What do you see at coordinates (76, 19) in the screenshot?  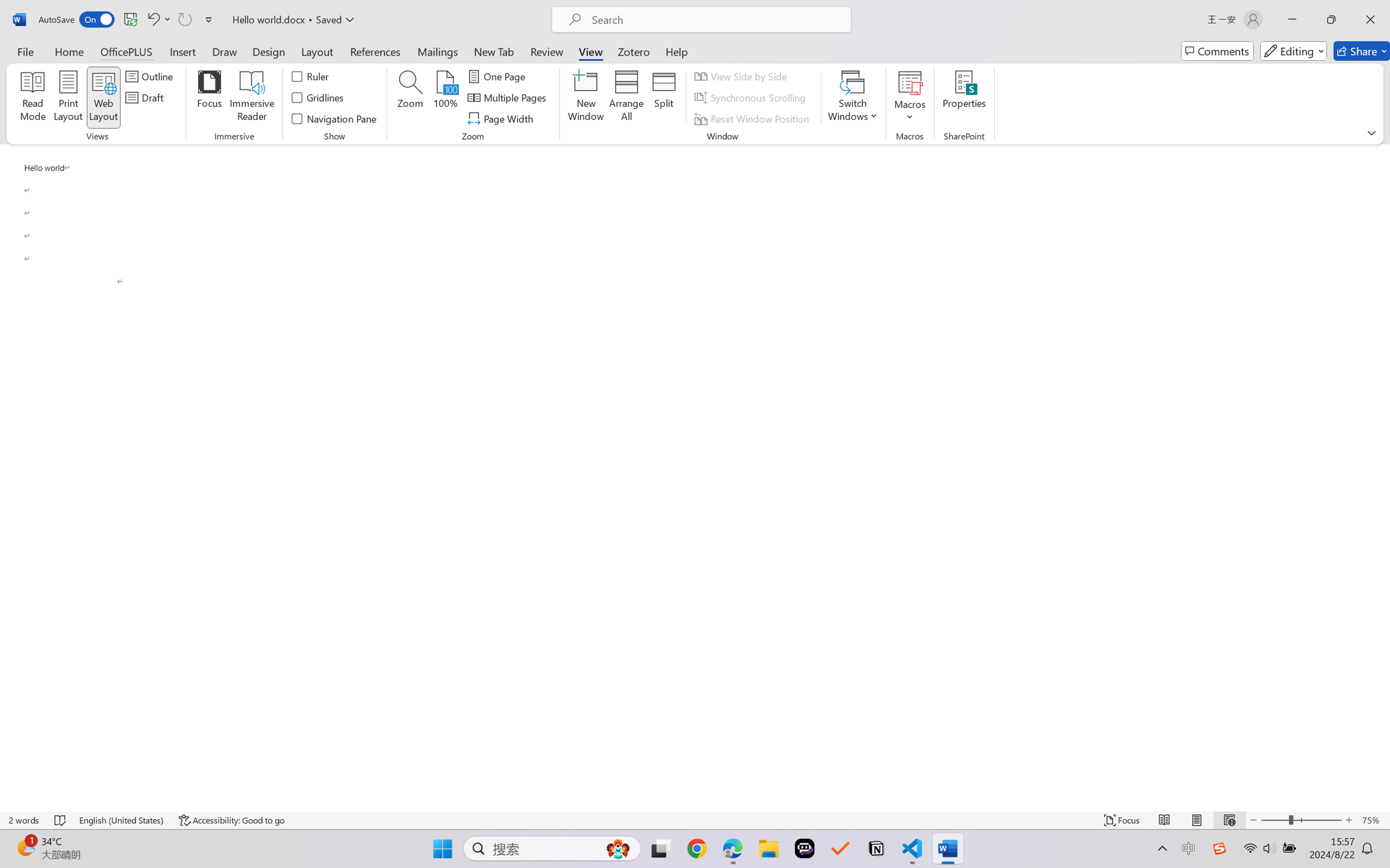 I see `'AutoSave'` at bounding box center [76, 19].